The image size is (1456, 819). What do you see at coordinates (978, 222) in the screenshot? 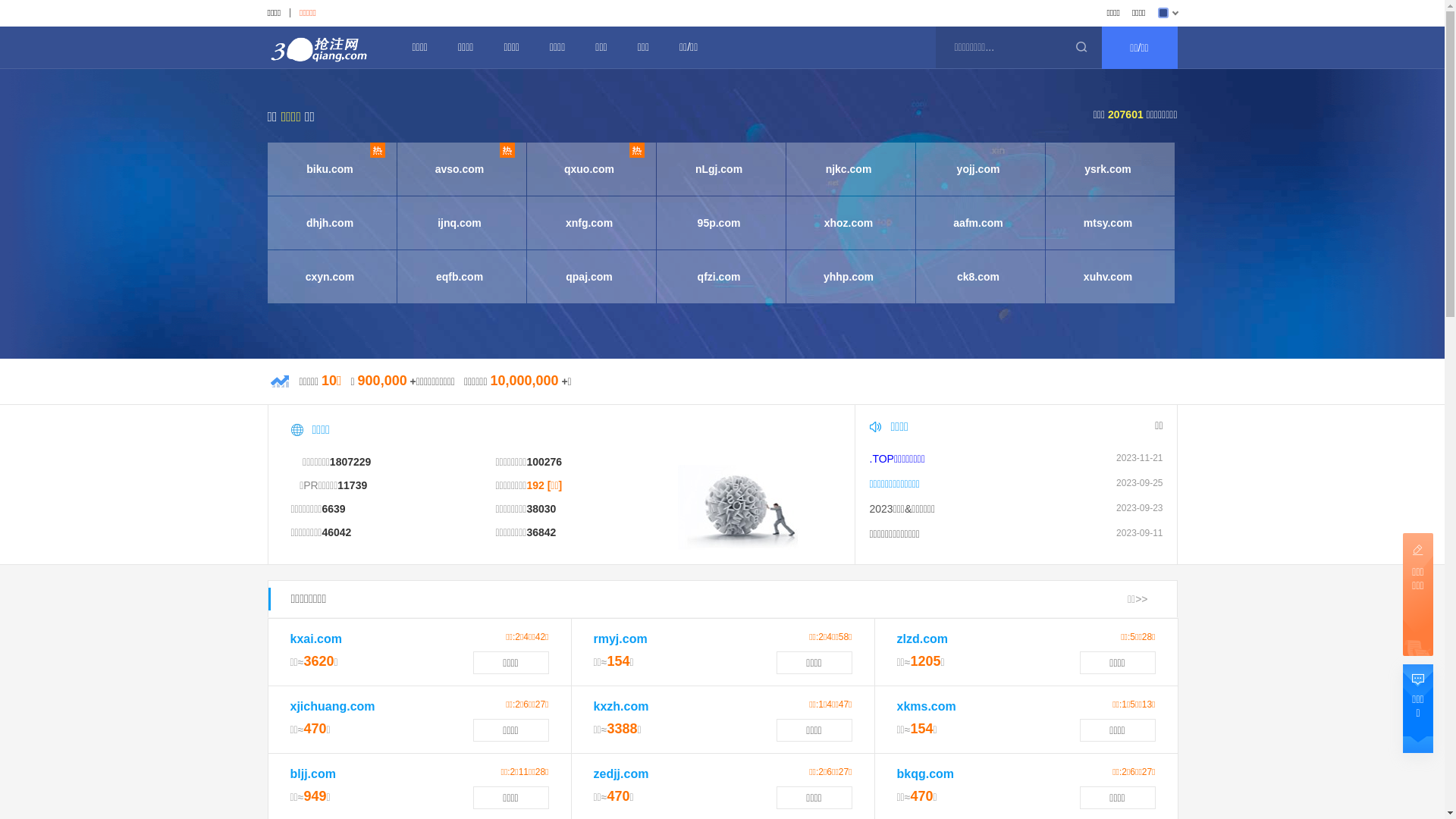
I see `'aafm.com'` at bounding box center [978, 222].